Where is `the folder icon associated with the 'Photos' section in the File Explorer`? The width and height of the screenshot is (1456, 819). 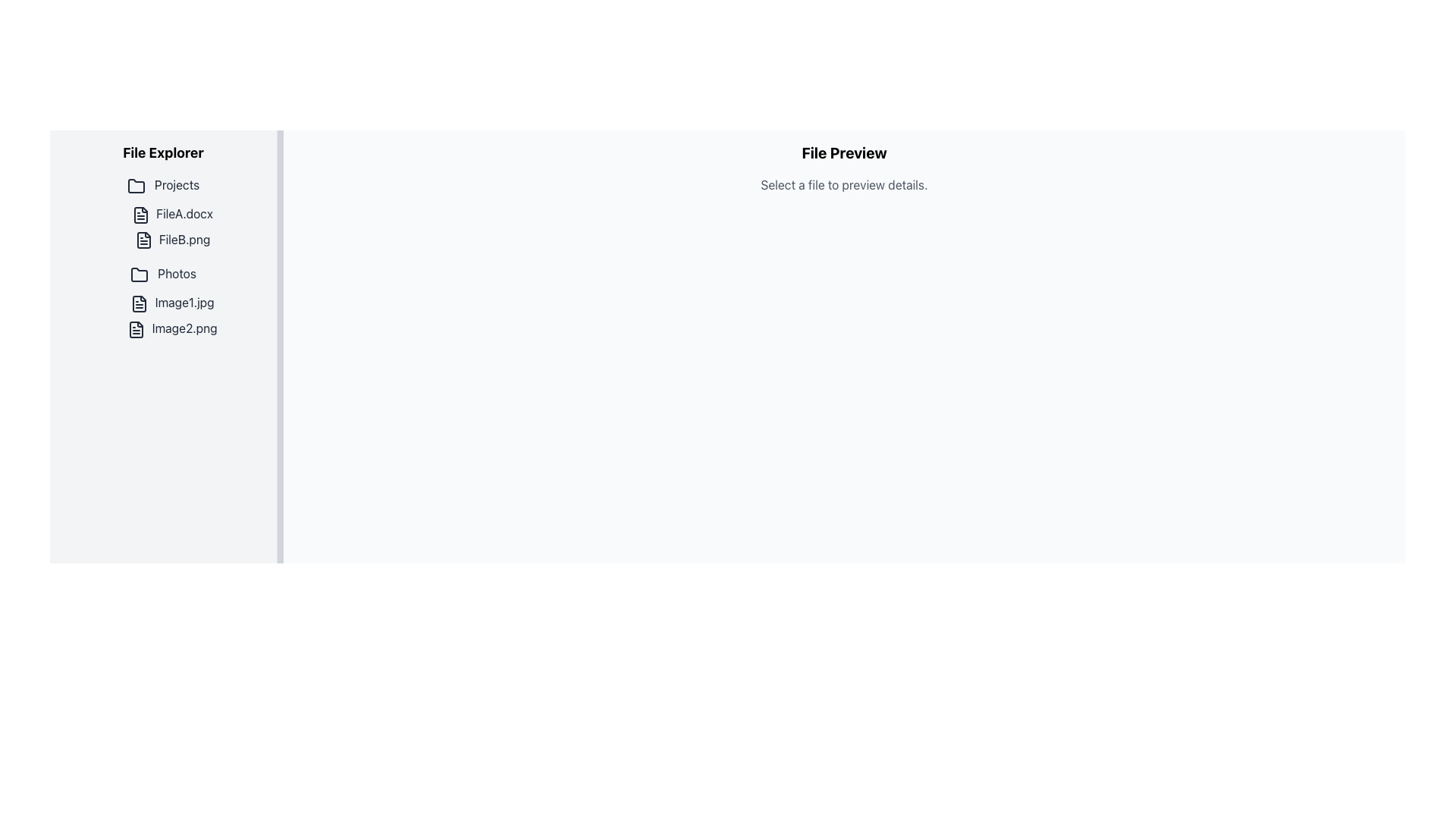
the folder icon associated with the 'Photos' section in the File Explorer is located at coordinates (140, 275).